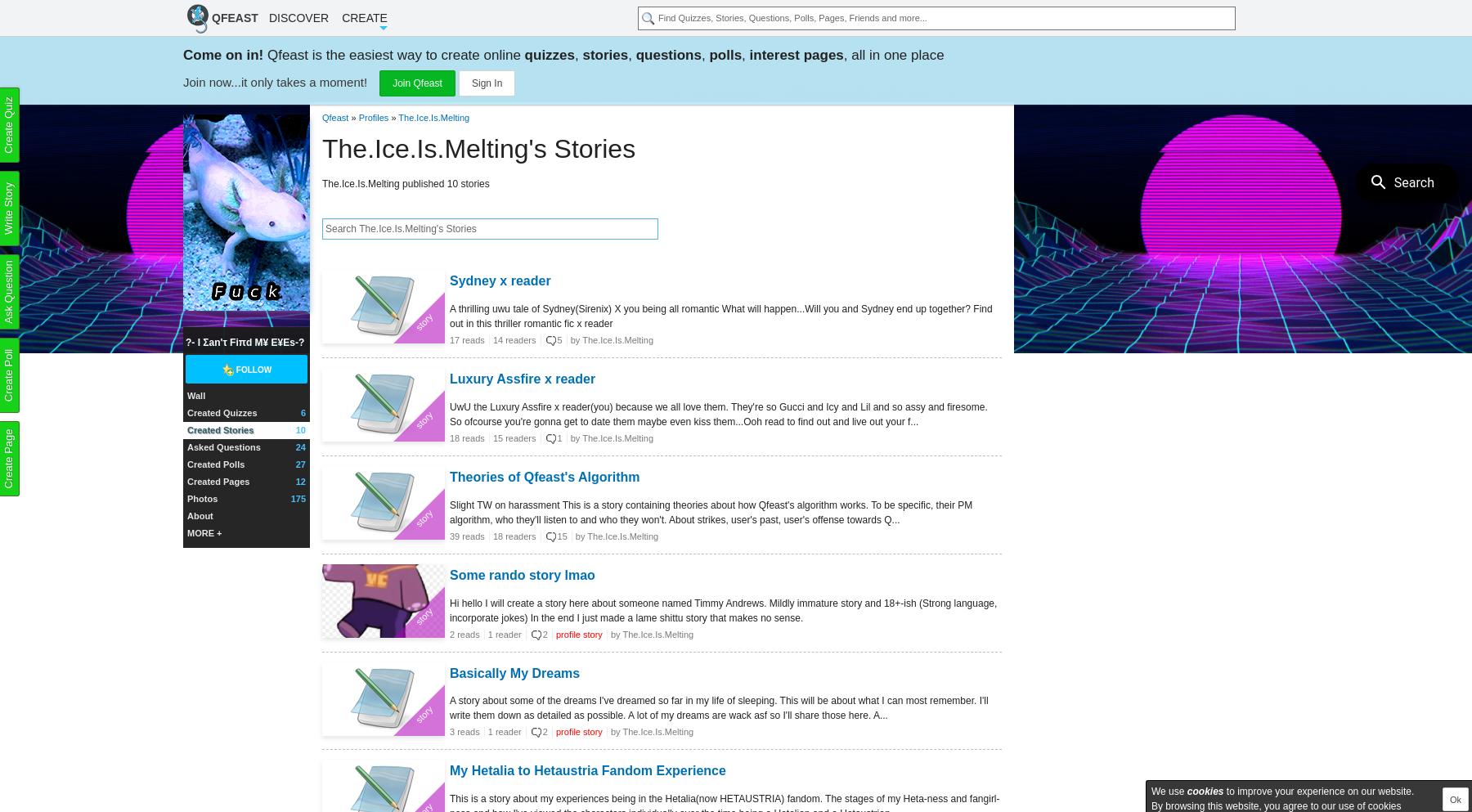  Describe the element at coordinates (7, 291) in the screenshot. I see `'Ask Question'` at that location.